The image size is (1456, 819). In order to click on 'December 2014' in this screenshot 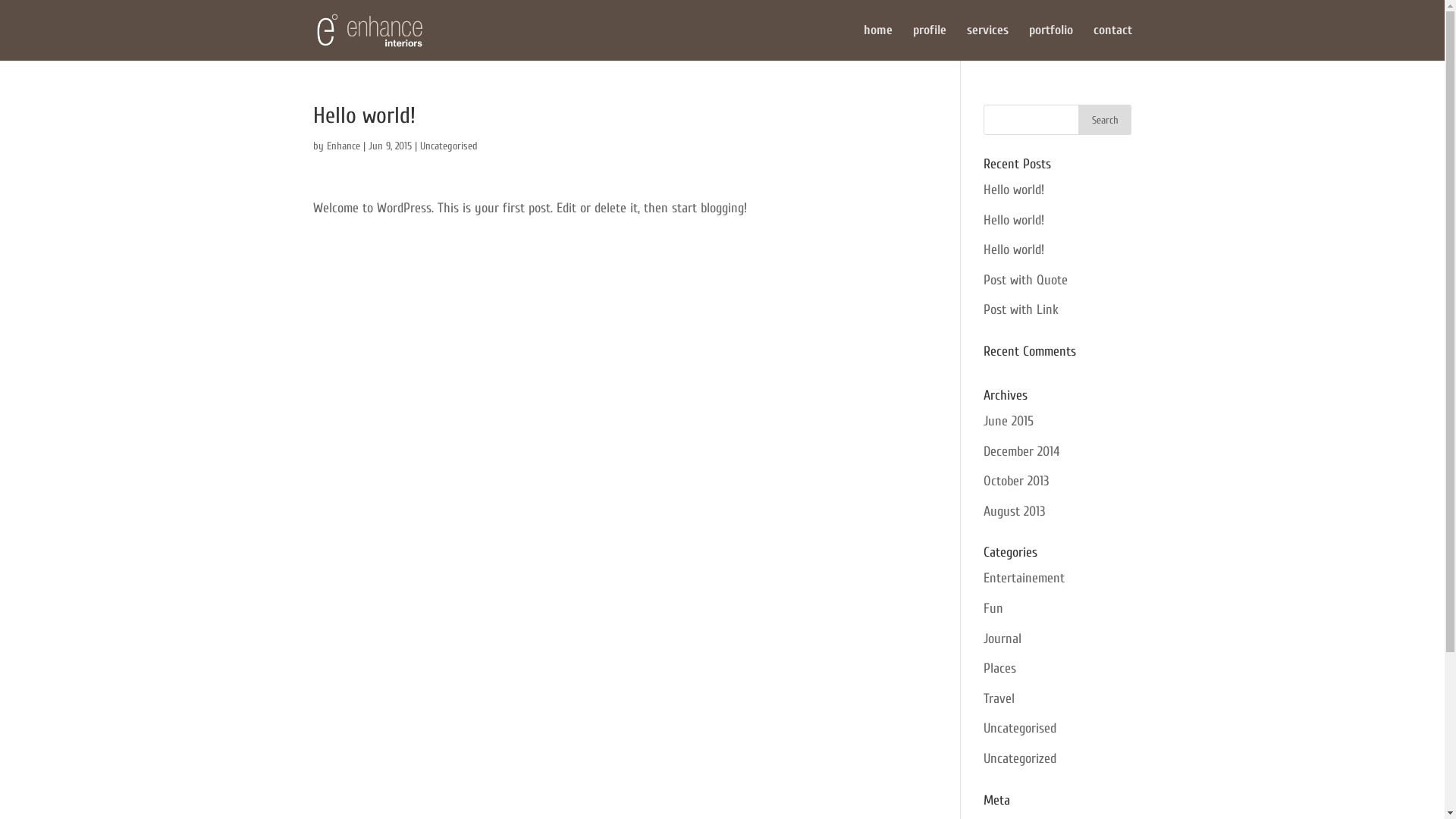, I will do `click(1021, 450)`.